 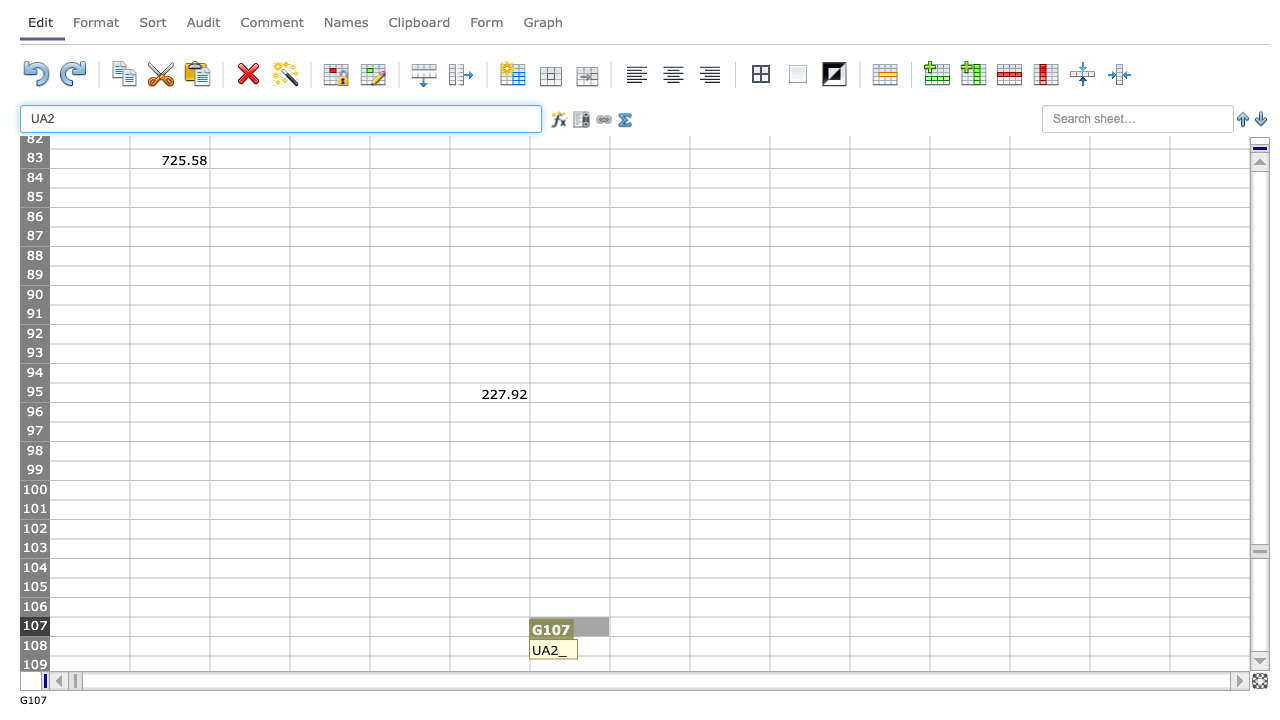 What do you see at coordinates (690, 655) in the screenshot?
I see `fill handle of H108` at bounding box center [690, 655].